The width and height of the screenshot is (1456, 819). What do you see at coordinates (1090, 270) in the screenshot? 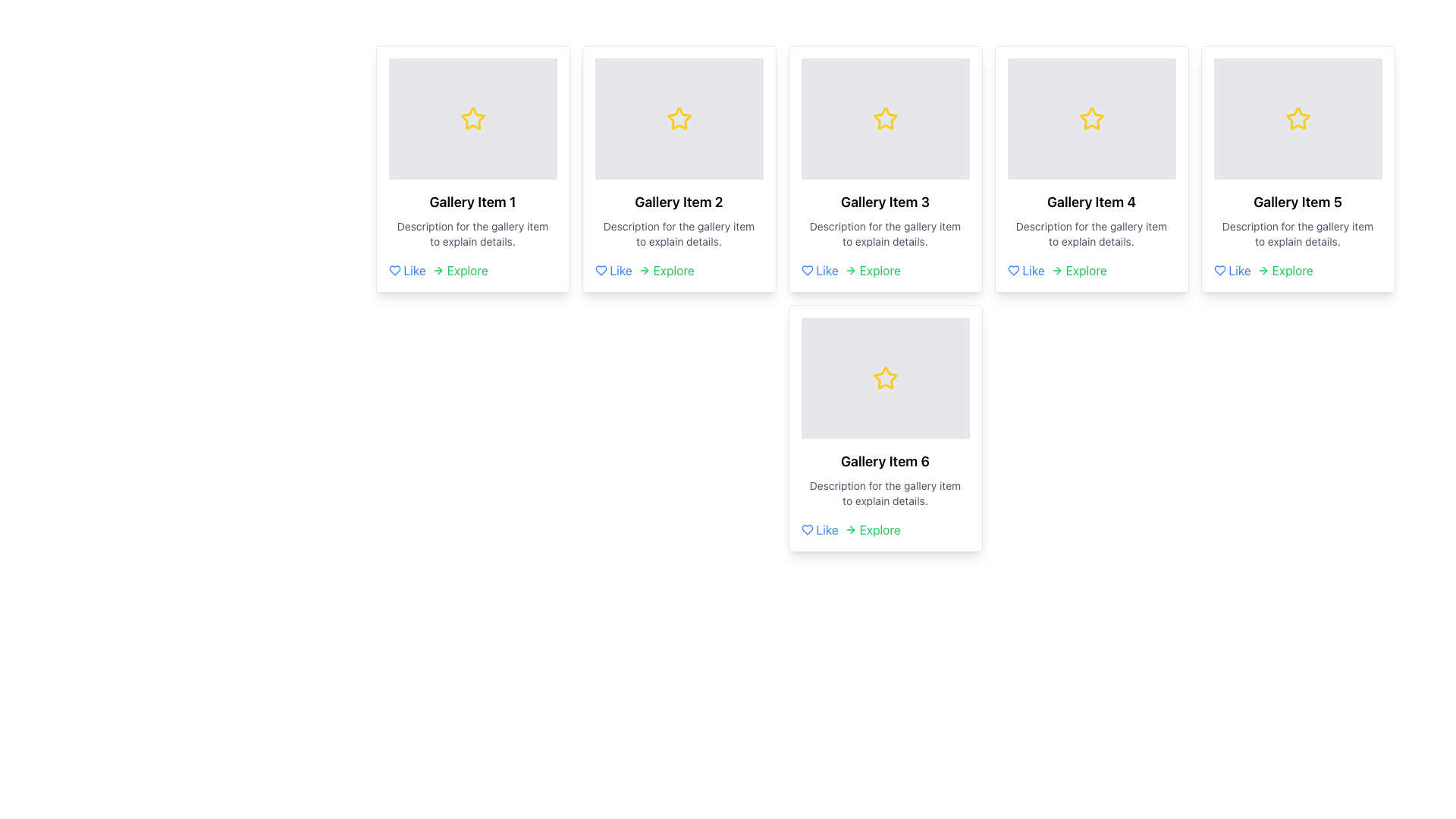
I see `the 'Explore' text in the Interactive options group located in the lower section of the panel titled 'Gallery Item 4'` at bounding box center [1090, 270].